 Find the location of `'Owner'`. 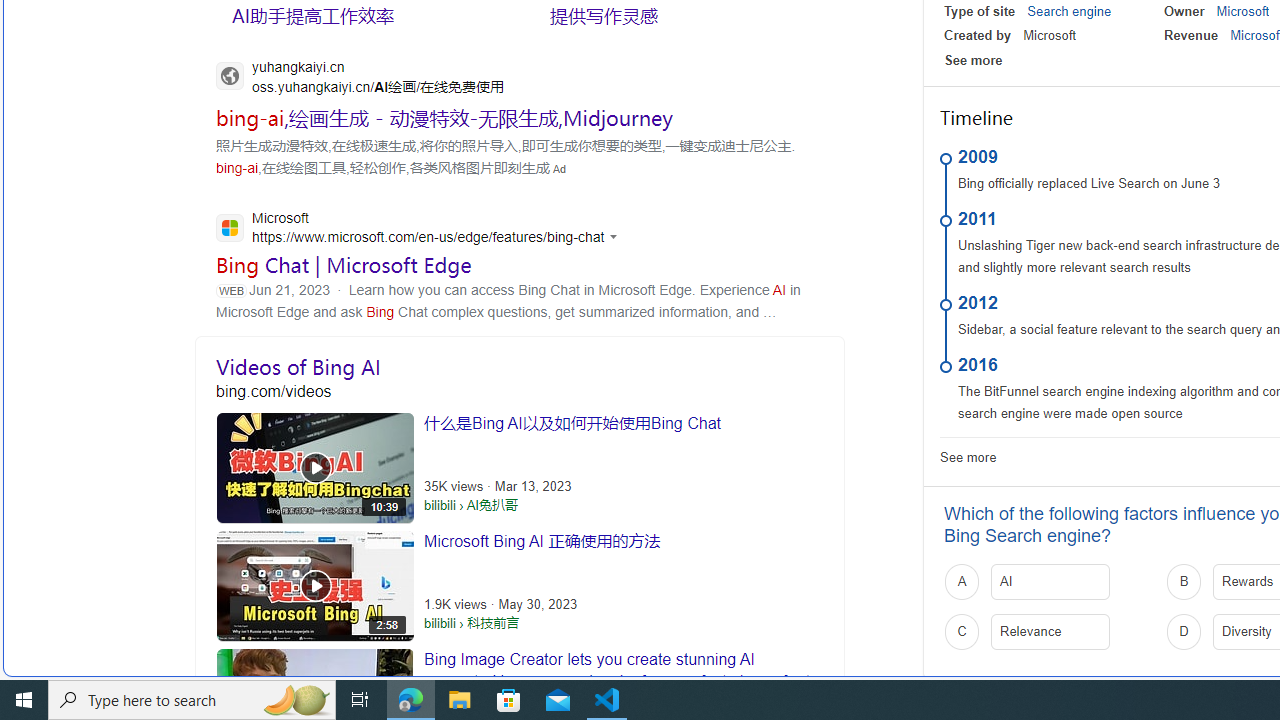

'Owner' is located at coordinates (1184, 11).